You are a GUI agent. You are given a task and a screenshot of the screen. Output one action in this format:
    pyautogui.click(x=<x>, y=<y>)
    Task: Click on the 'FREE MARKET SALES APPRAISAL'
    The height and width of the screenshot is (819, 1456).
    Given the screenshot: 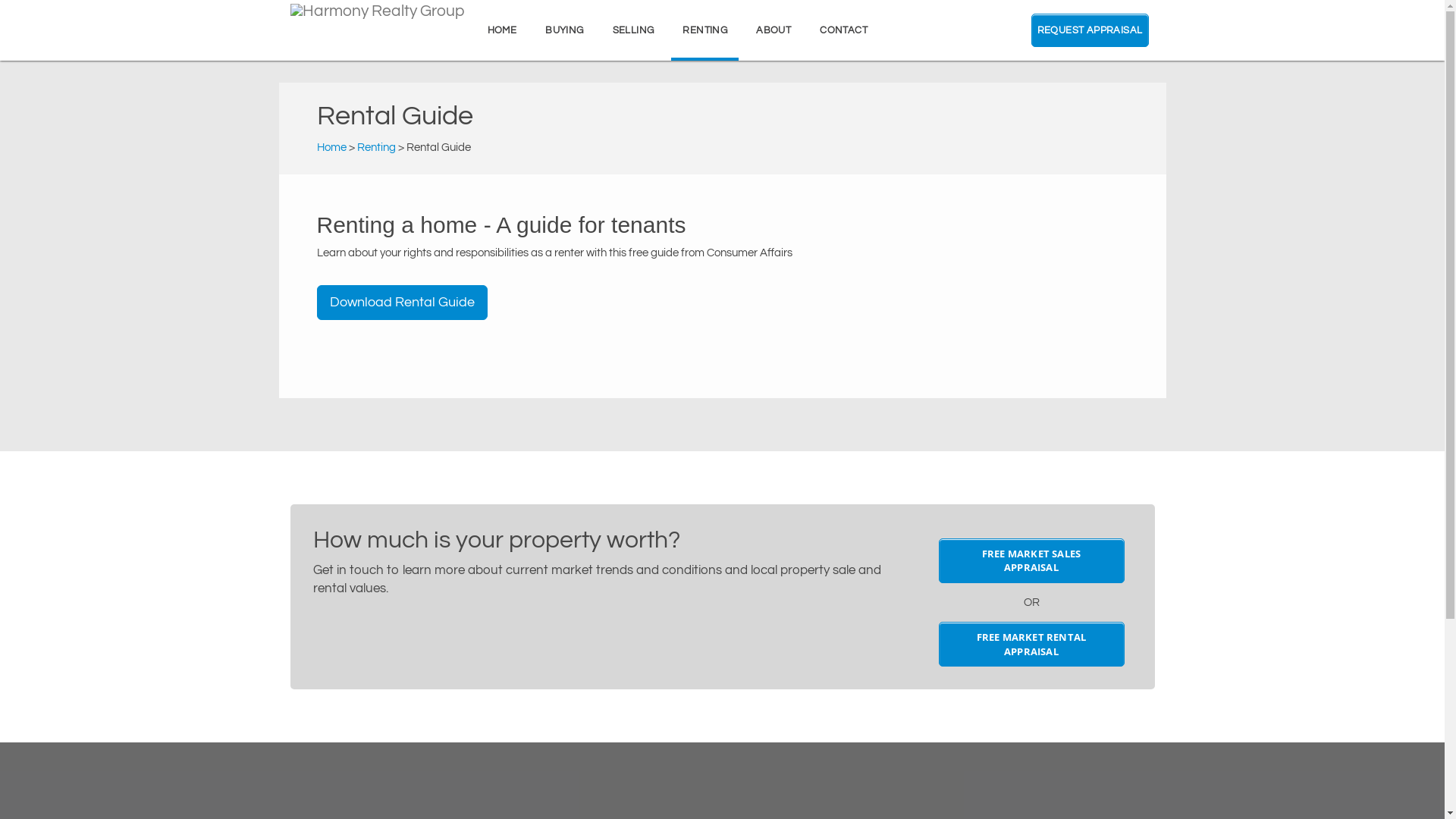 What is the action you would take?
    pyautogui.click(x=1031, y=560)
    